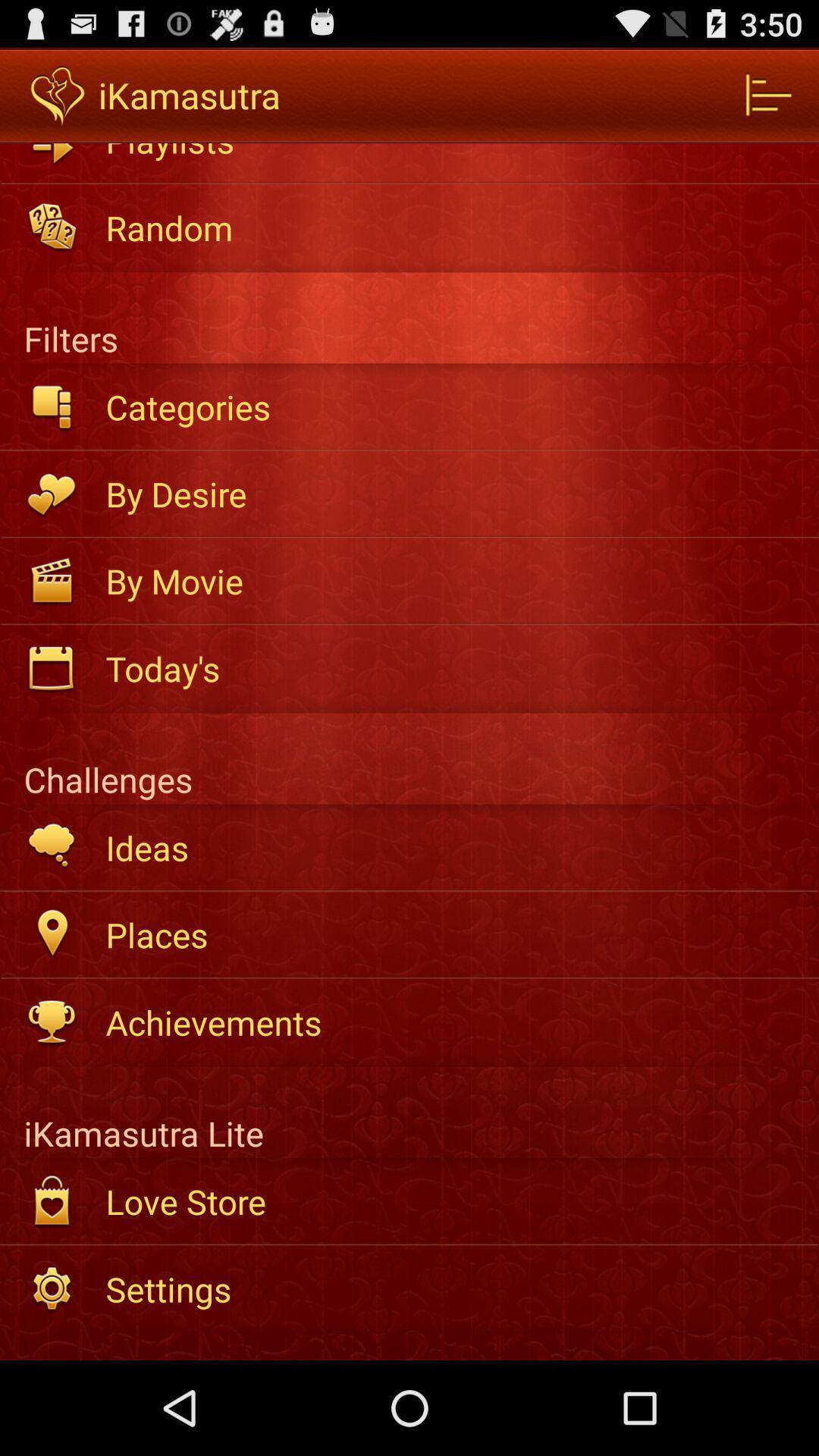 This screenshot has height=1456, width=819. I want to click on the achievements item, so click(451, 1022).